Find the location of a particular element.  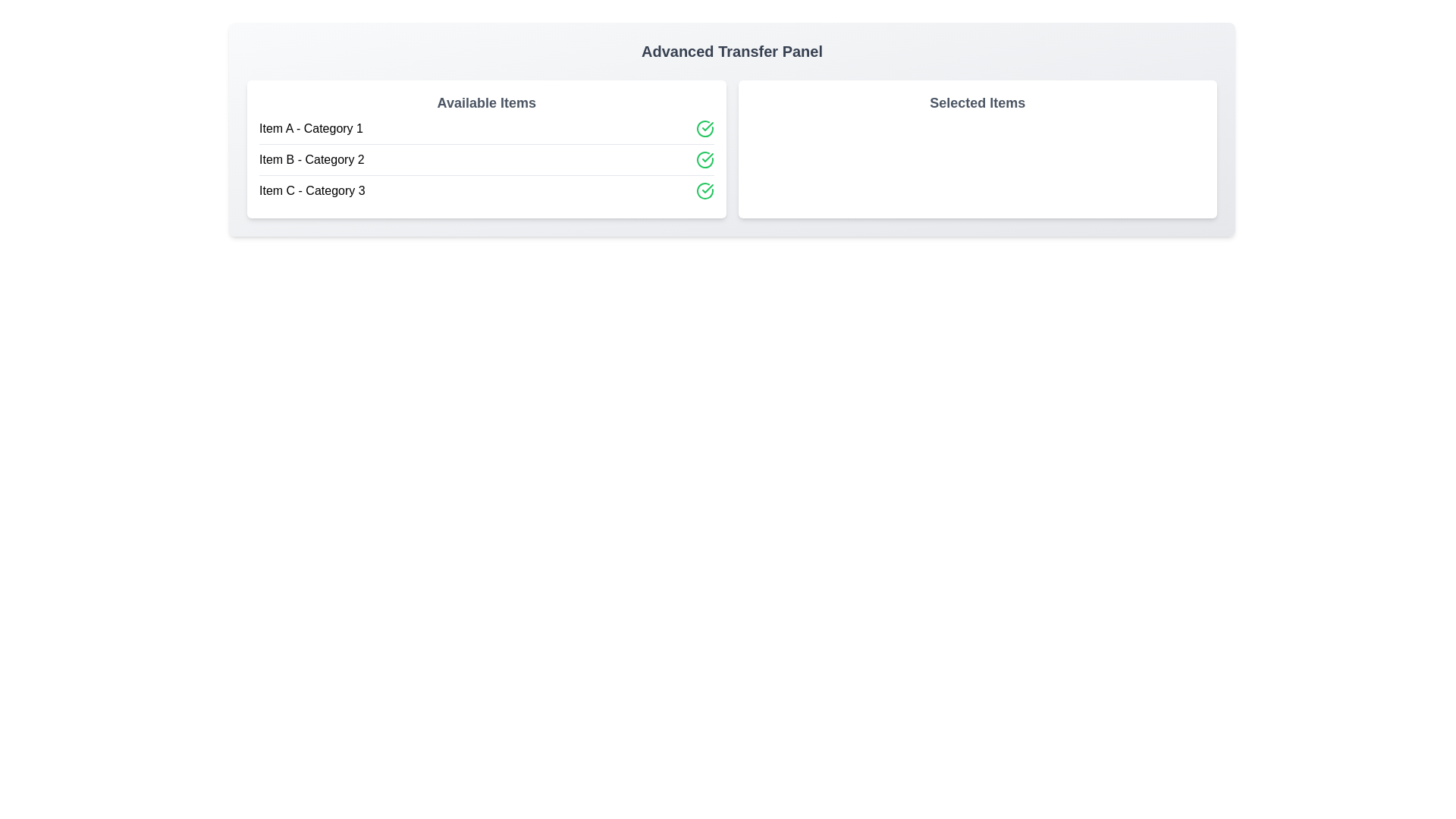

the small, green-colored checkmark icon adjacent to 'Item B - Category 2' in the 'Available Items' panel is located at coordinates (706, 158).